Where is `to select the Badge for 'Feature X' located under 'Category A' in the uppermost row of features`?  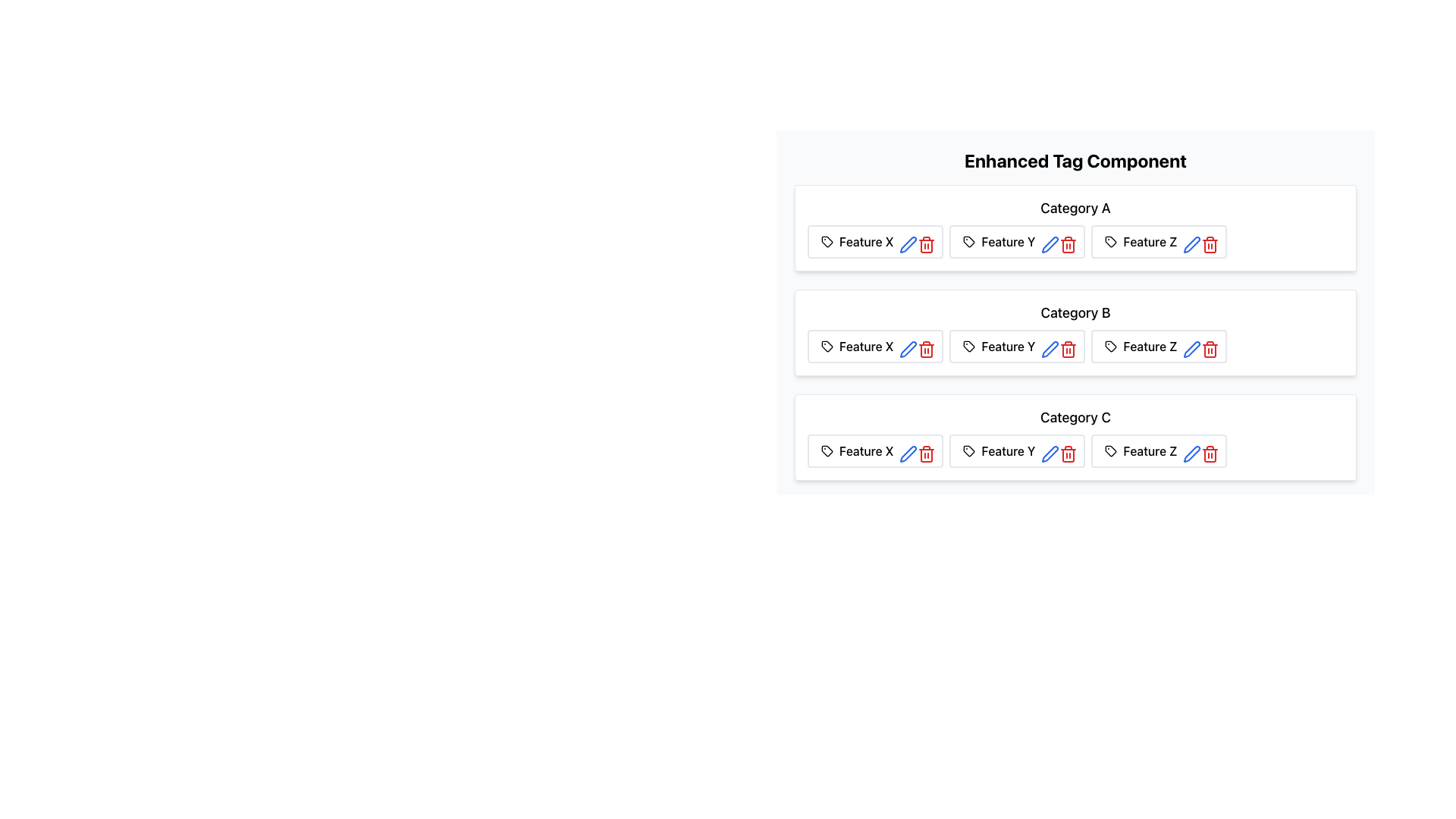 to select the Badge for 'Feature X' located under 'Category A' in the uppermost row of features is located at coordinates (875, 241).